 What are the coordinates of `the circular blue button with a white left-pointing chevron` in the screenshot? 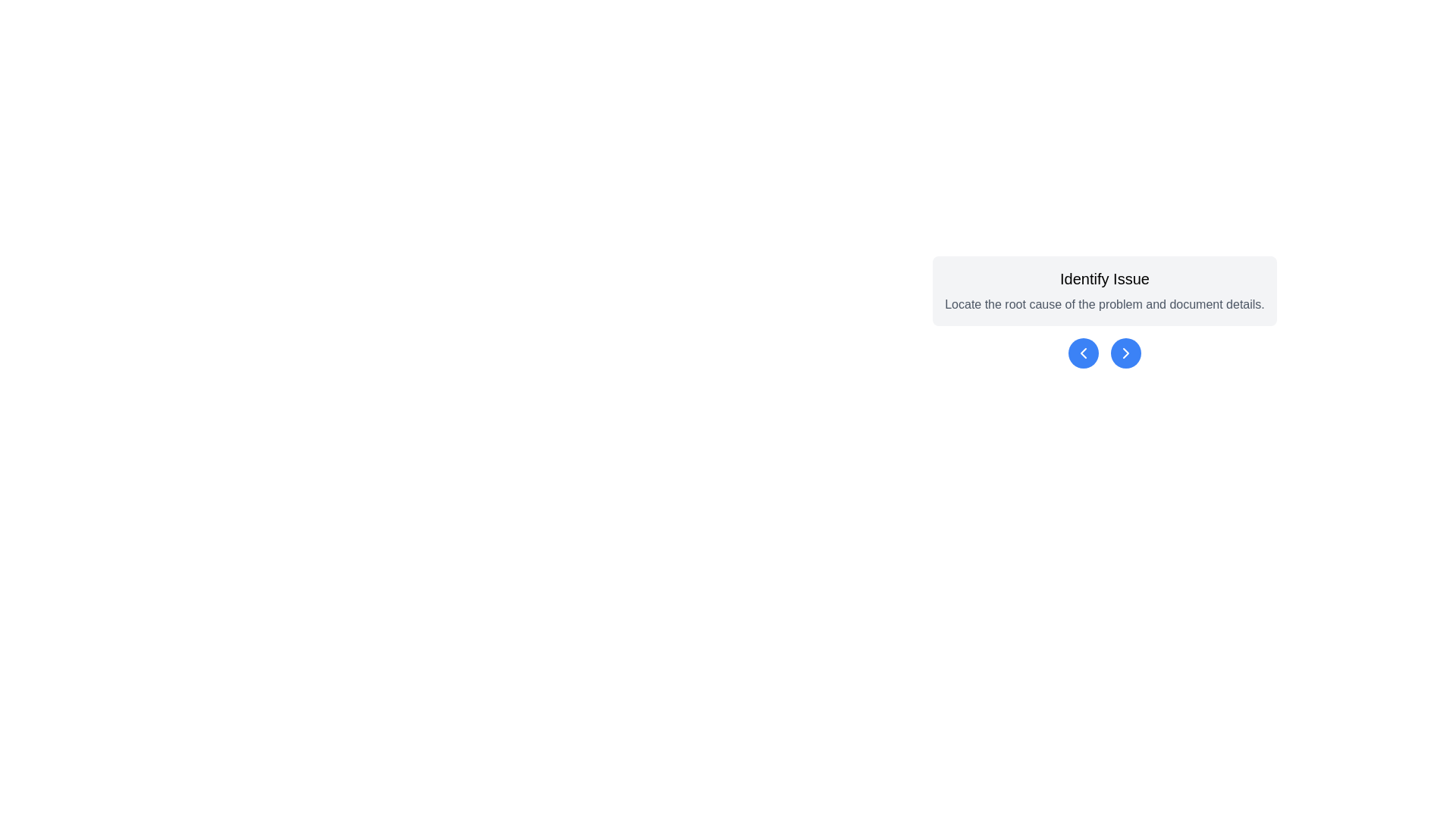 It's located at (1083, 353).